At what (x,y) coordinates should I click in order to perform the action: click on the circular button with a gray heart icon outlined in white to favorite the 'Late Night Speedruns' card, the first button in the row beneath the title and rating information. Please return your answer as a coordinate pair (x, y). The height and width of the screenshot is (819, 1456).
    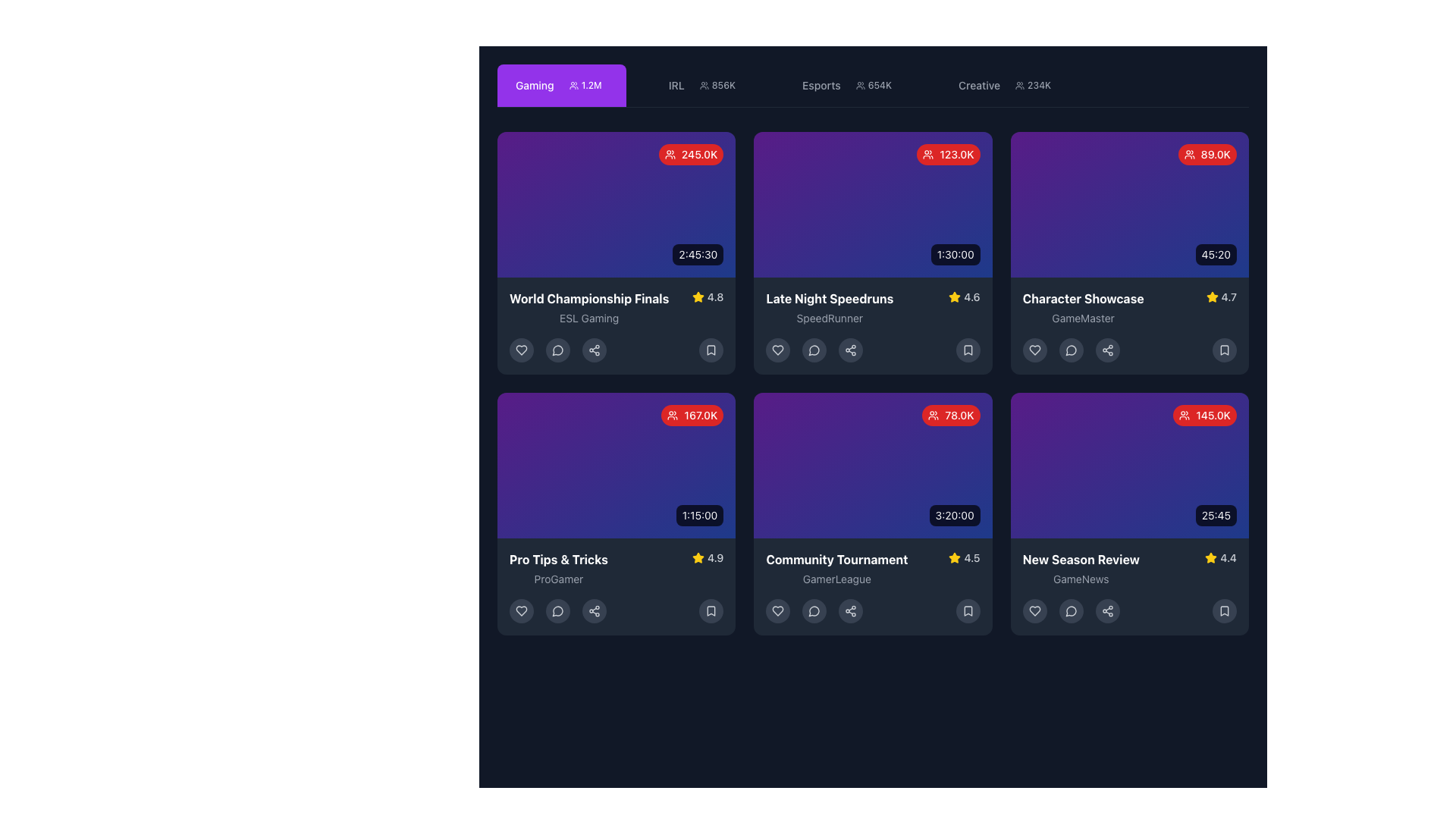
    Looking at the image, I should click on (778, 350).